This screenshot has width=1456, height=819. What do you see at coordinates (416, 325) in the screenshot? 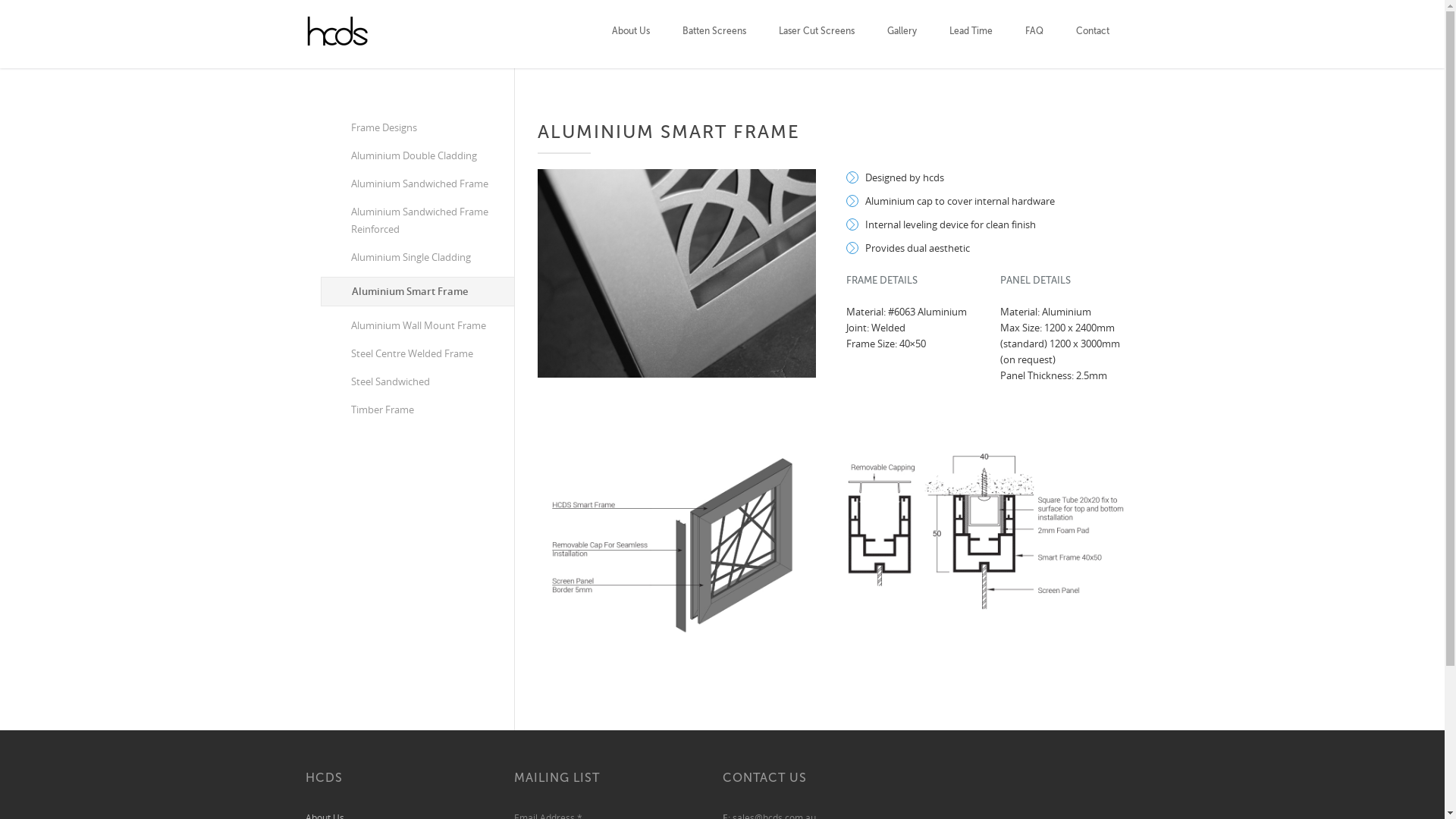
I see `'Aluminium Wall Mount Frame'` at bounding box center [416, 325].